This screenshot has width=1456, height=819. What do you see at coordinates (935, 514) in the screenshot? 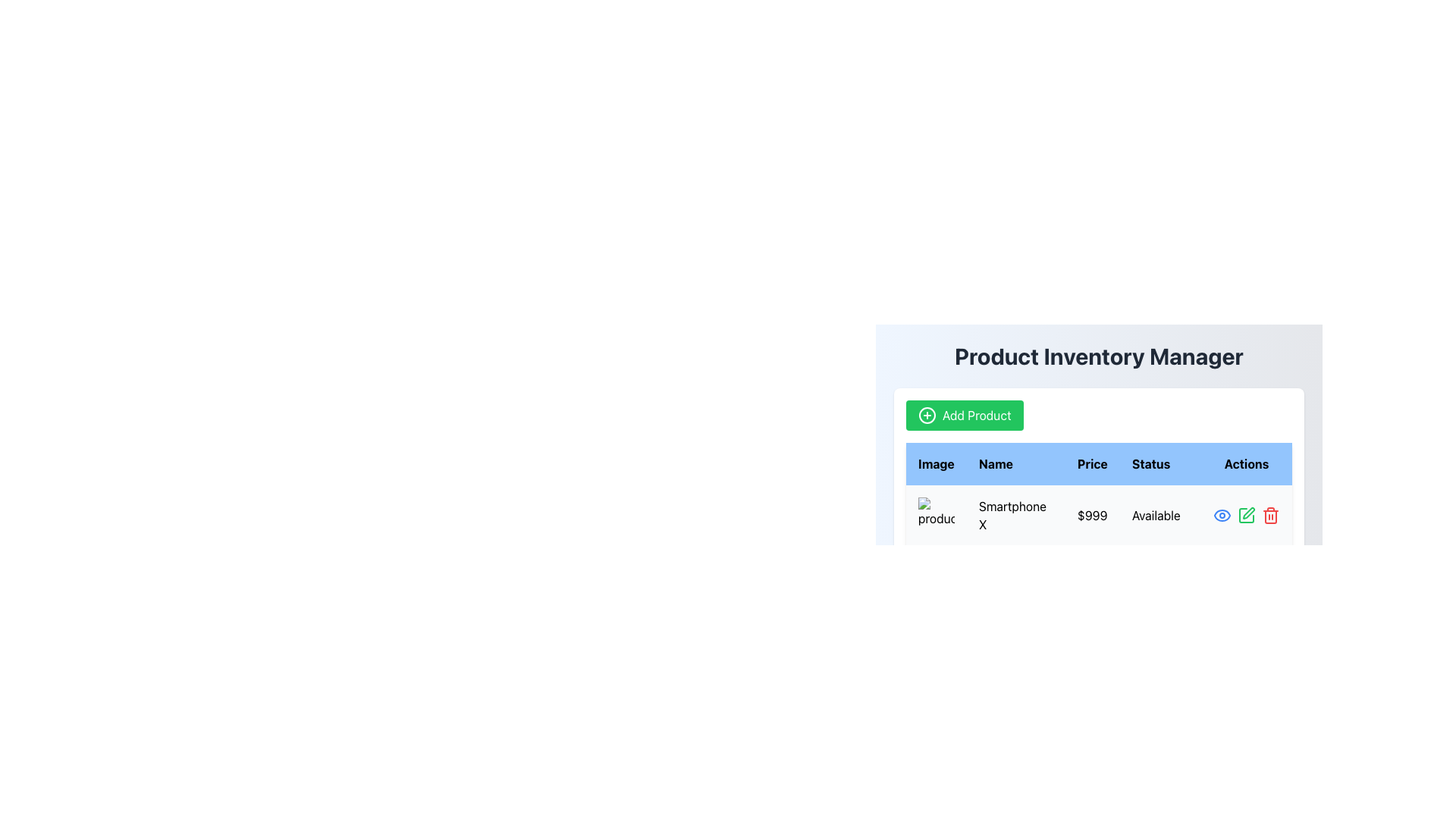
I see `the Image Holder element for 'Smartphone X', which is a rectangular box with a light background and a placeholder image, located in the first cell of the table row labeled 'Image'` at bounding box center [935, 514].